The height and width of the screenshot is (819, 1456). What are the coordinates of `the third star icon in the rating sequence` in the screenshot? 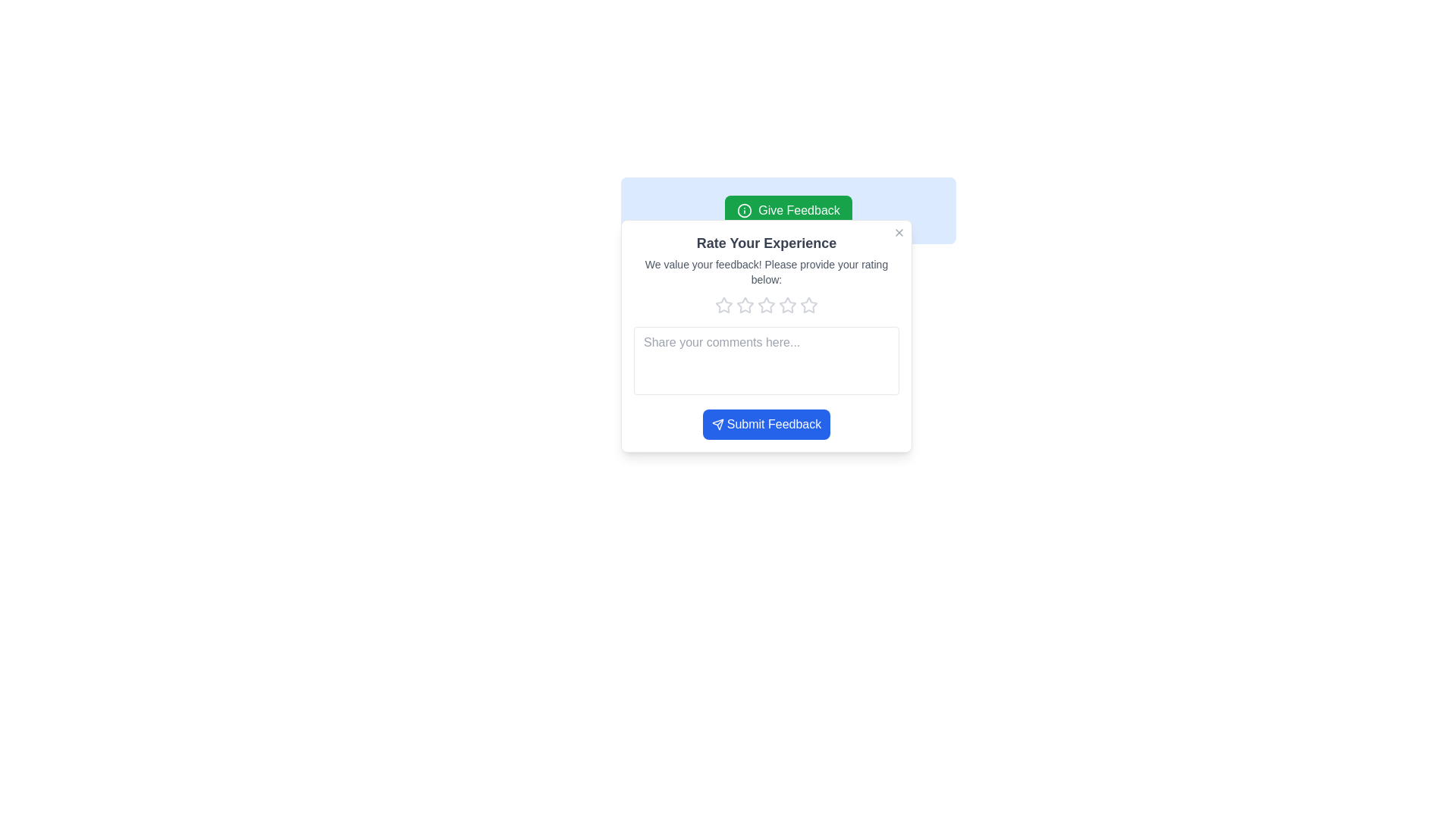 It's located at (745, 305).